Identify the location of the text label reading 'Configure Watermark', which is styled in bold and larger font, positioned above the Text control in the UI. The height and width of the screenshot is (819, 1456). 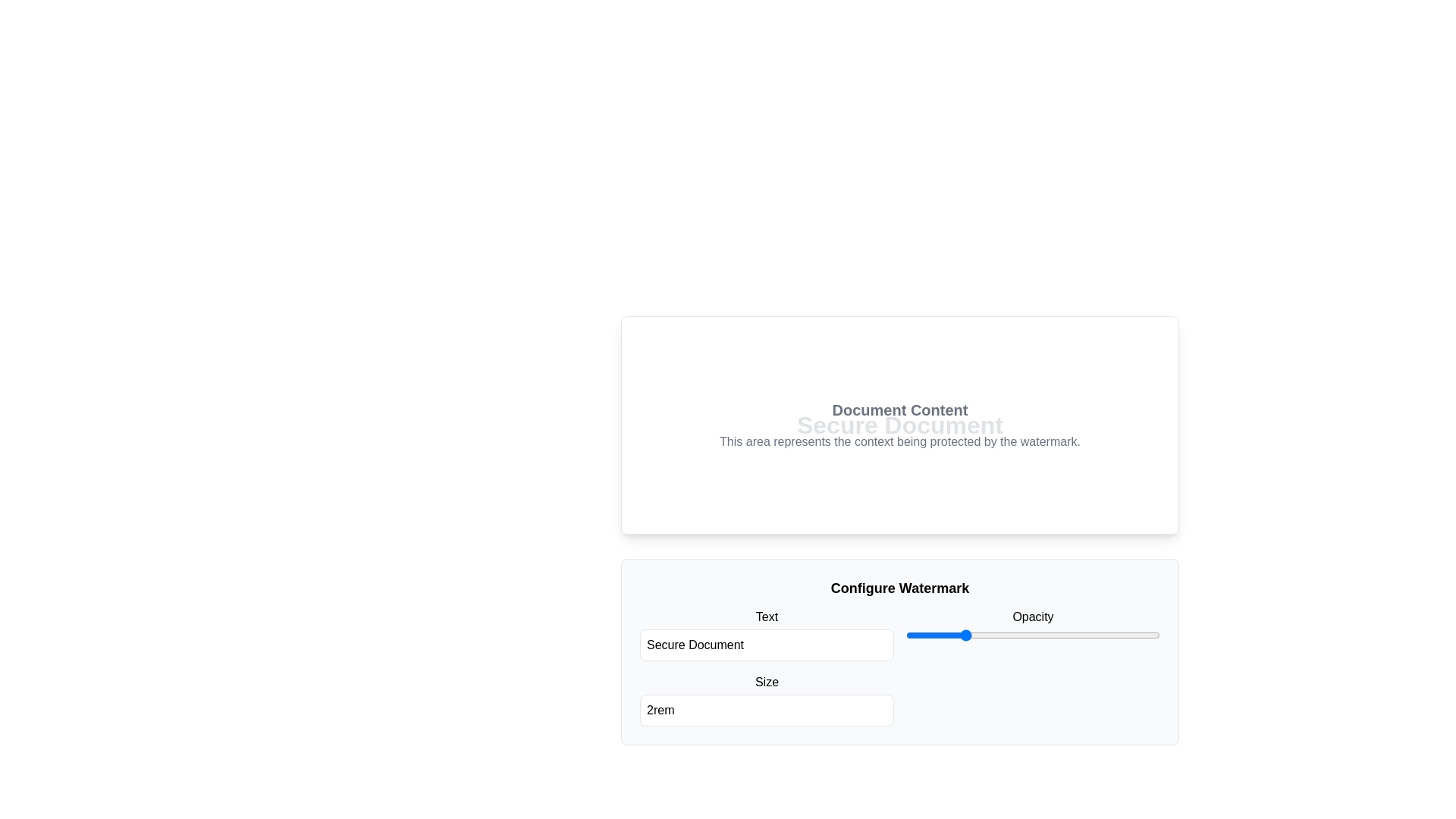
(899, 587).